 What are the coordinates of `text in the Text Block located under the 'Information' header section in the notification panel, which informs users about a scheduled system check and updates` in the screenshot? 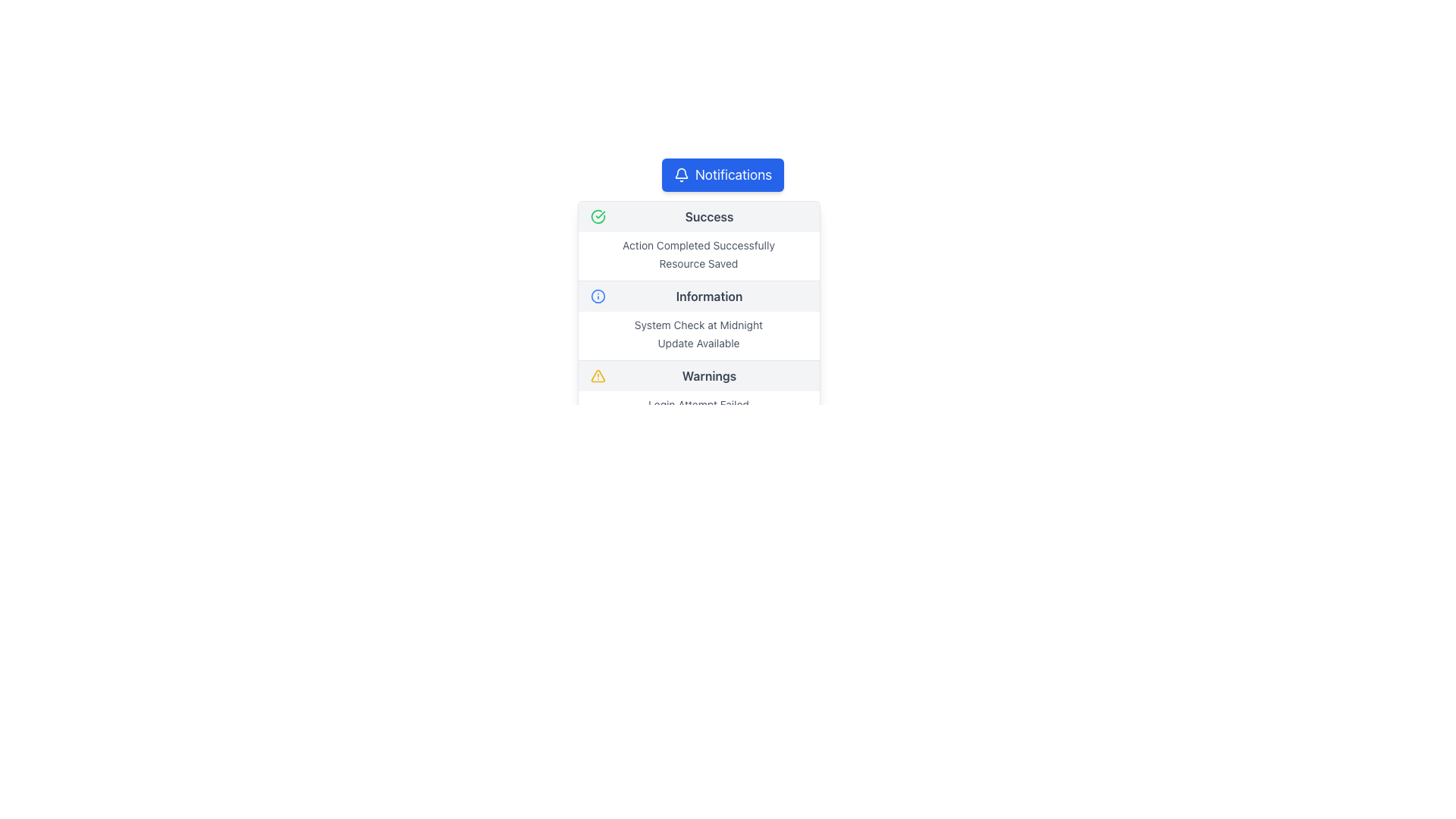 It's located at (698, 335).